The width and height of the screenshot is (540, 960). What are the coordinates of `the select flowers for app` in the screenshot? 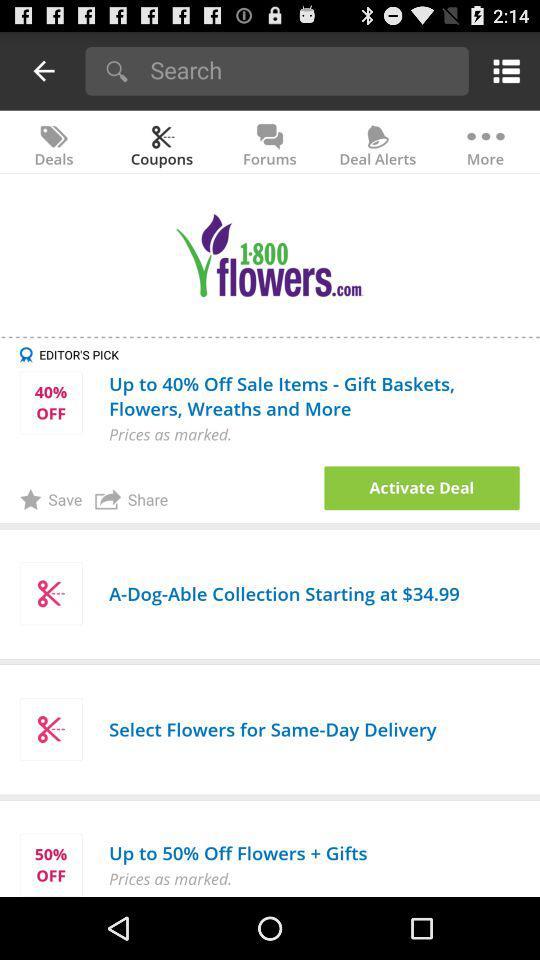 It's located at (271, 728).